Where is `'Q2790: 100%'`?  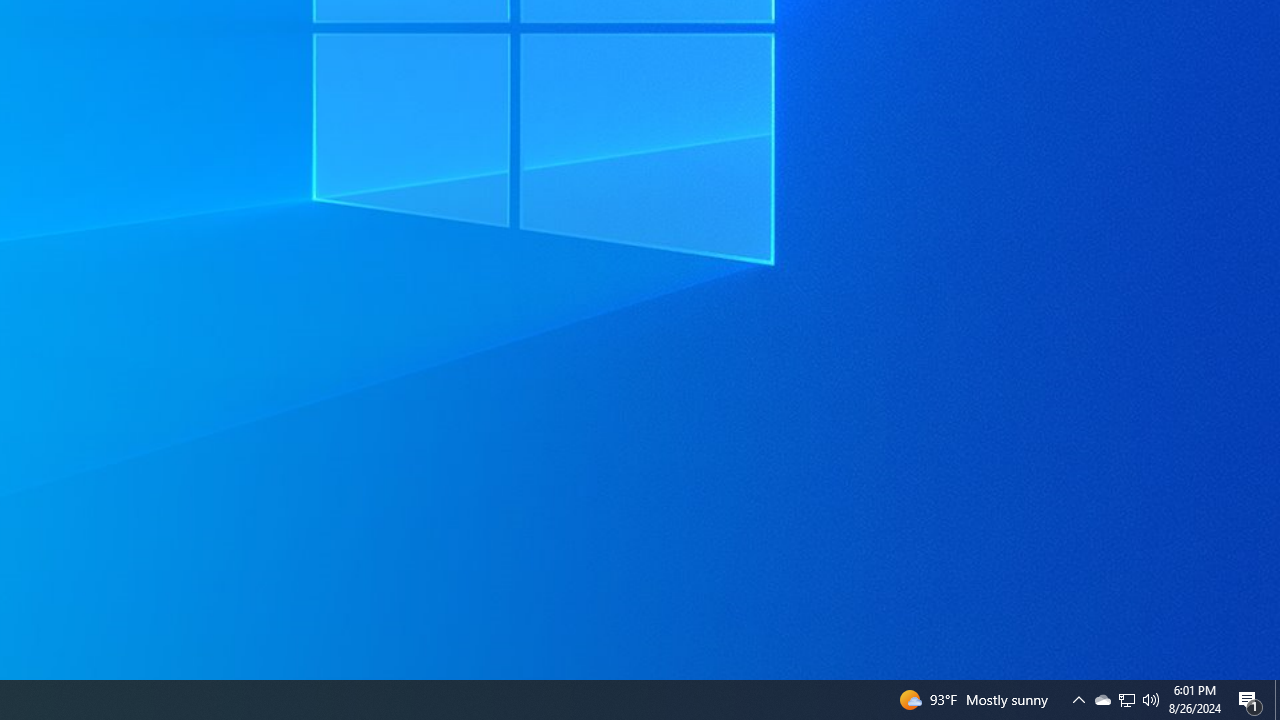
'Q2790: 100%' is located at coordinates (1101, 698).